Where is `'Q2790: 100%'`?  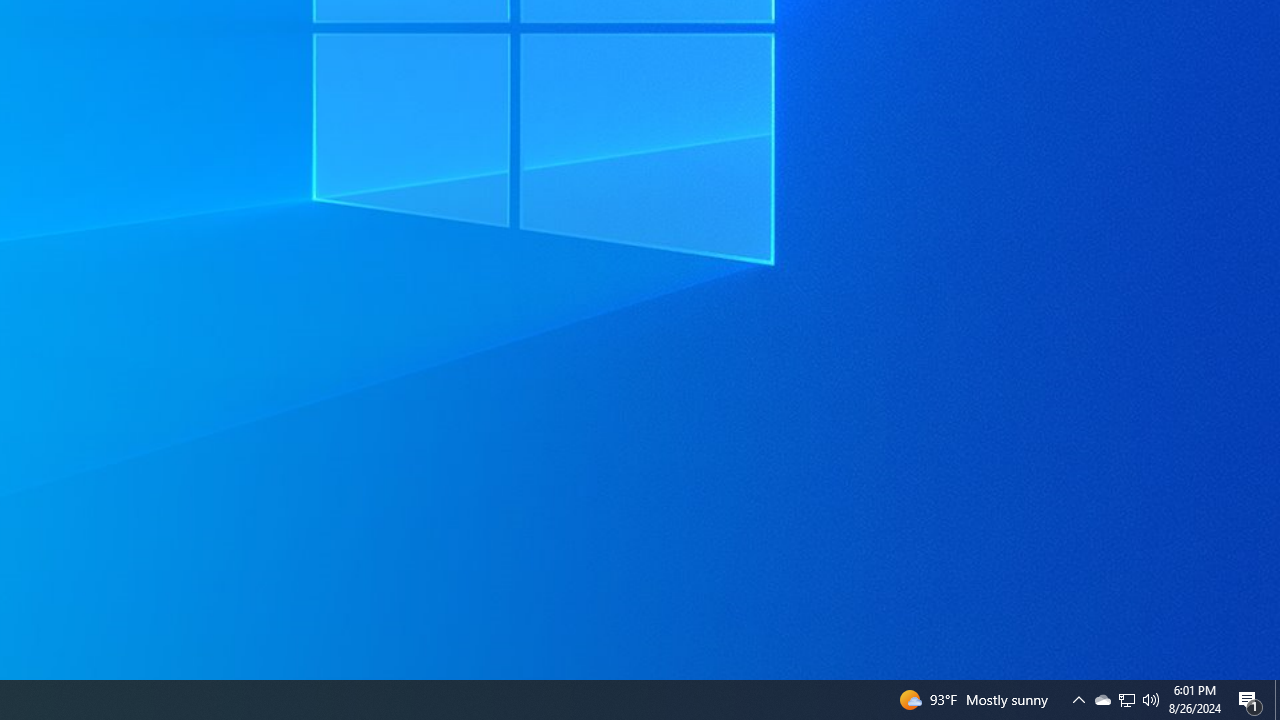
'Q2790: 100%' is located at coordinates (1101, 698).